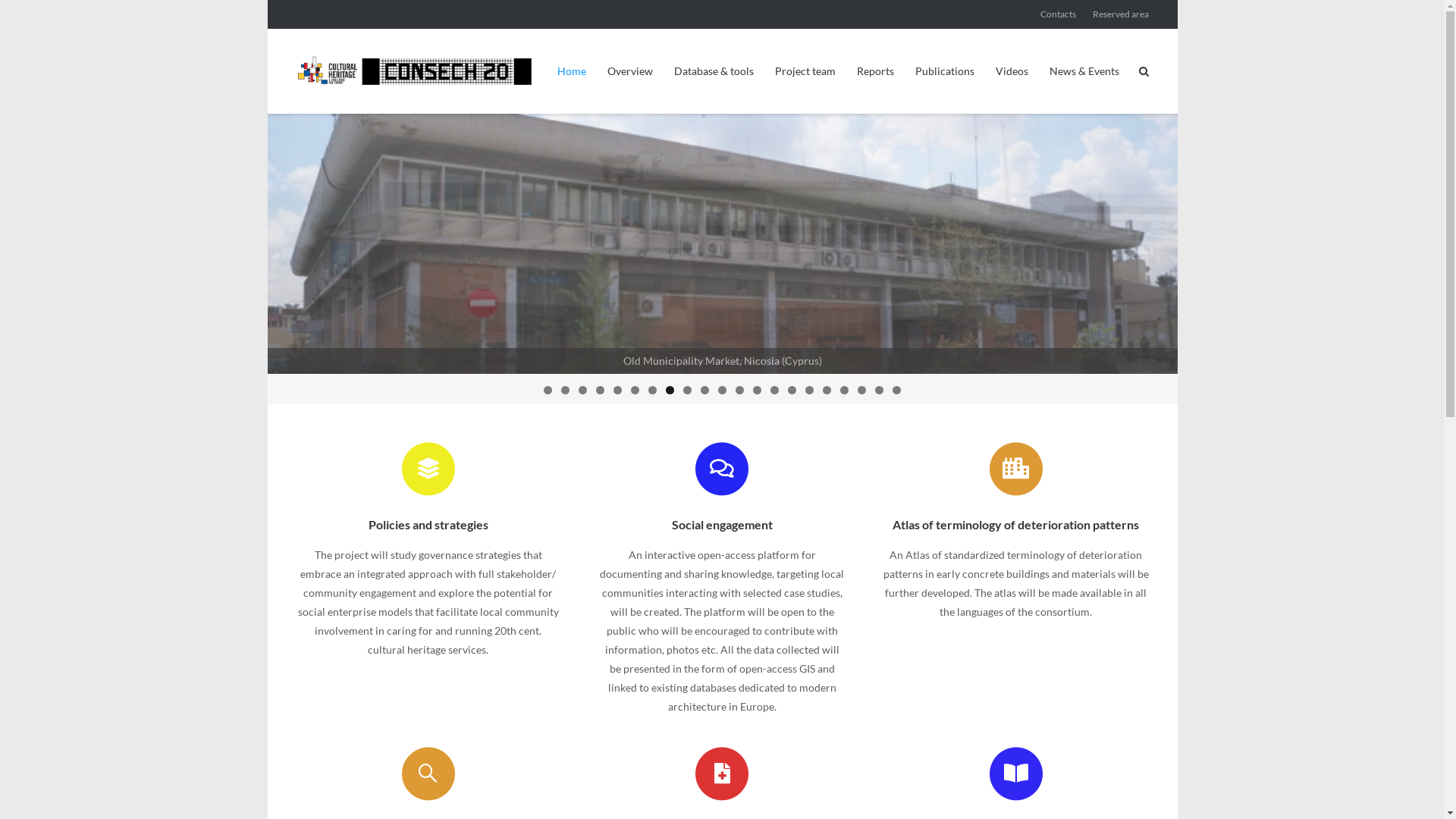 This screenshot has width=1456, height=819. What do you see at coordinates (595, 389) in the screenshot?
I see `'4'` at bounding box center [595, 389].